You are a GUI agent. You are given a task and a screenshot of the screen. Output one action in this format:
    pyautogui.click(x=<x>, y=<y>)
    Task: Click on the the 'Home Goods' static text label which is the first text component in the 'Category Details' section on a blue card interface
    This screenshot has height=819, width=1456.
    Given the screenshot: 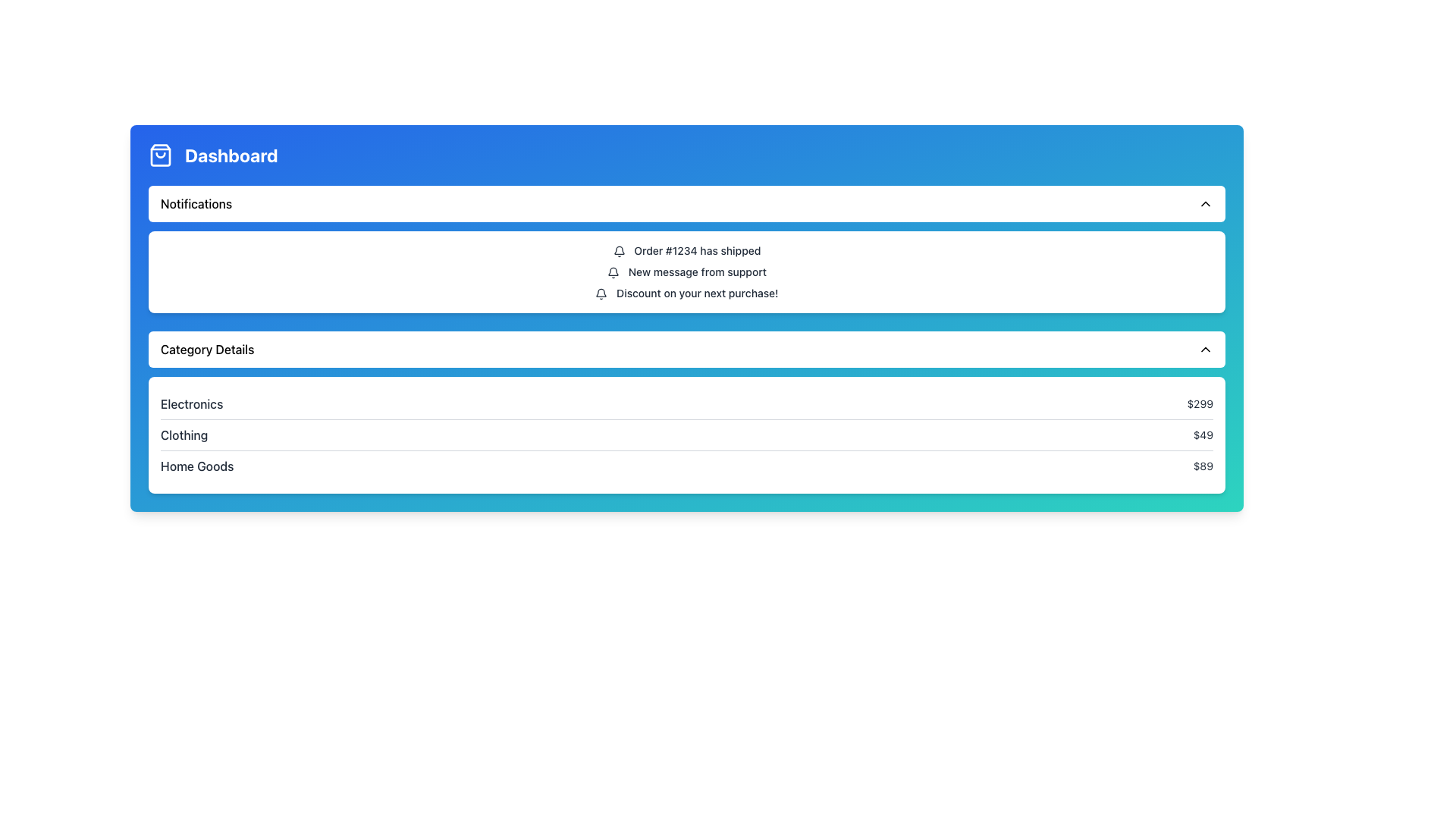 What is the action you would take?
    pyautogui.click(x=196, y=465)
    